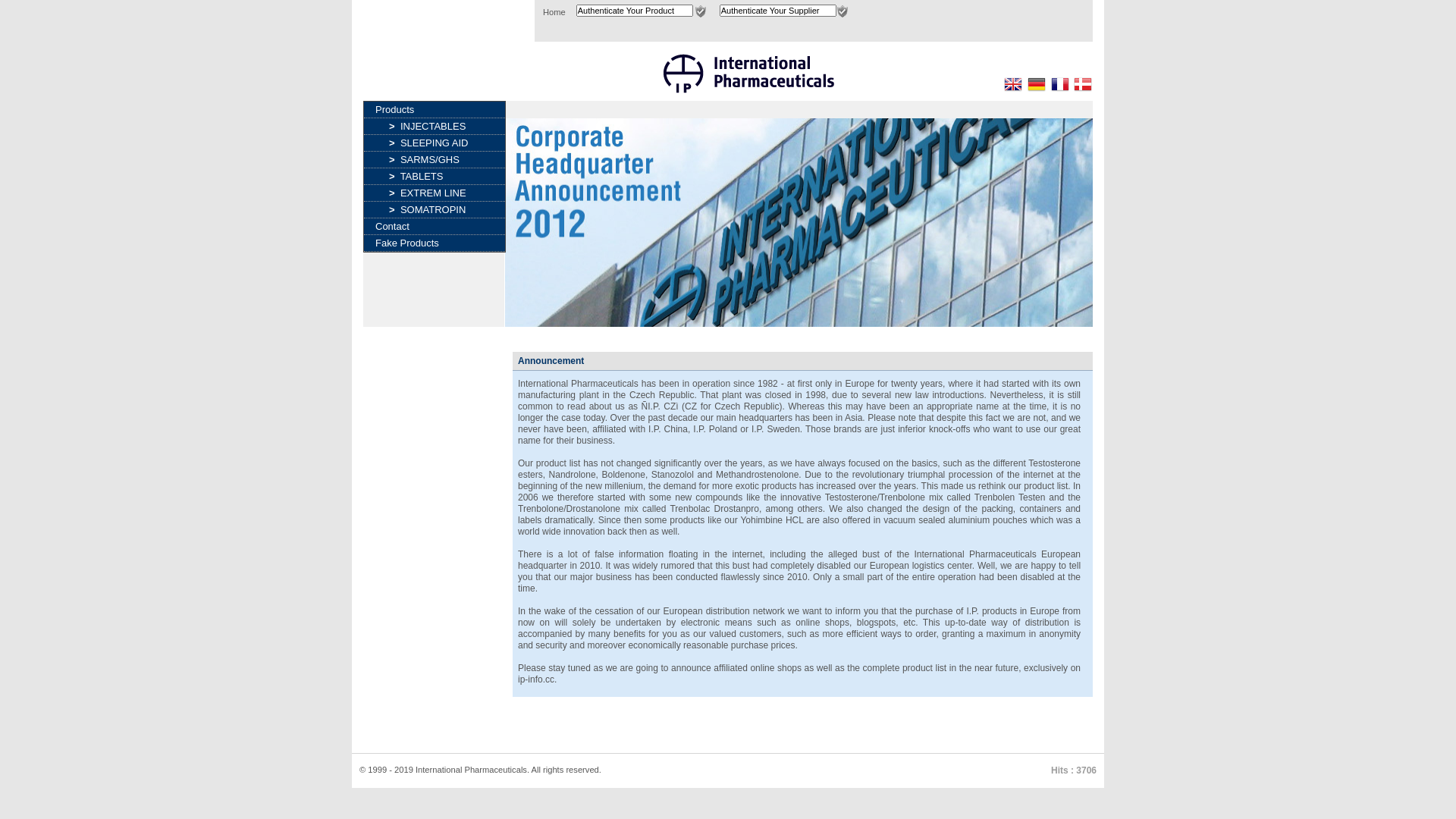 The width and height of the screenshot is (1456, 819). What do you see at coordinates (364, 143) in the screenshot?
I see `'     >  SLEEPING AID'` at bounding box center [364, 143].